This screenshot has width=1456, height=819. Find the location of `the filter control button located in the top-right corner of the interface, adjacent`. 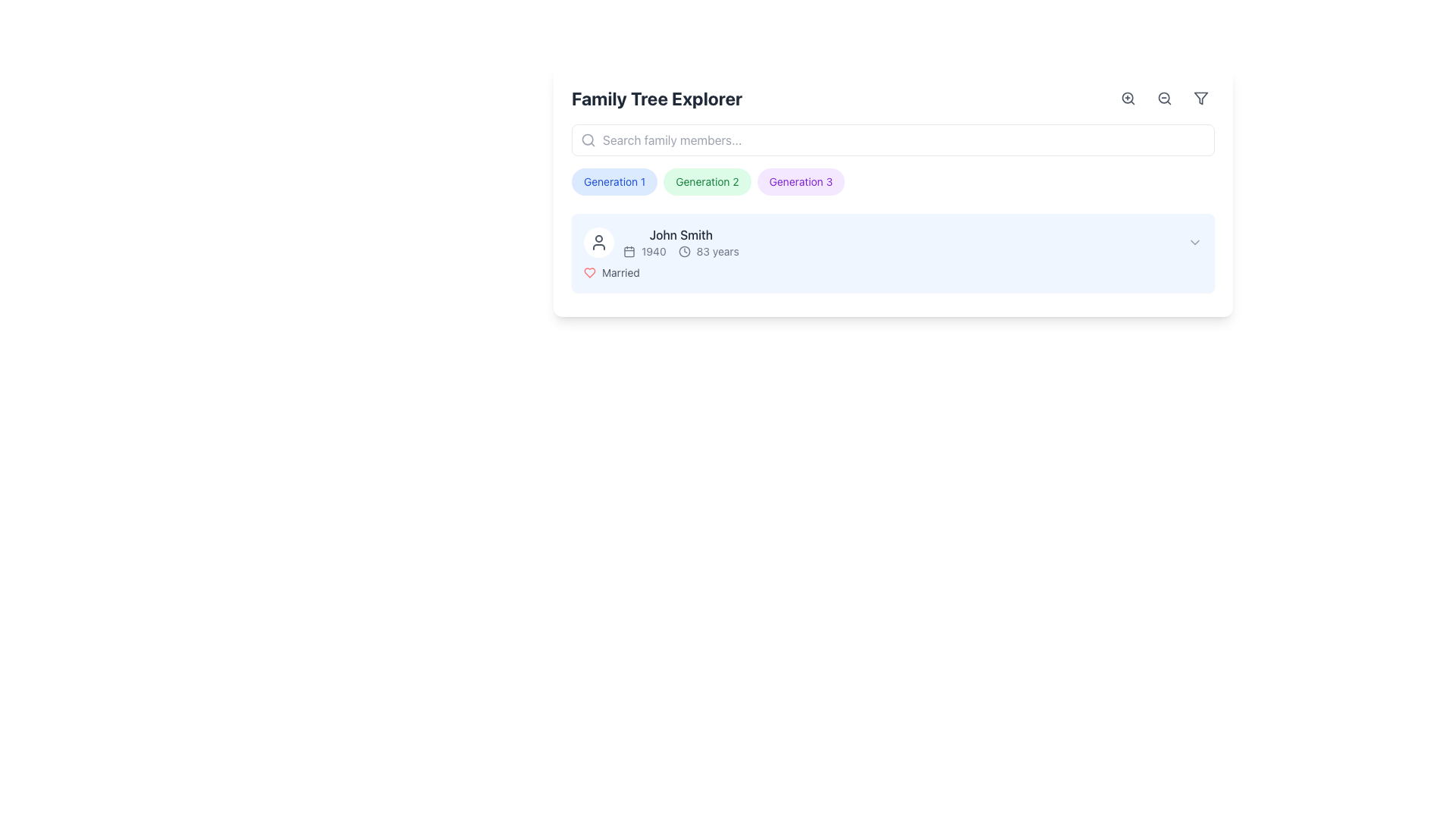

the filter control button located in the top-right corner of the interface, adjacent is located at coordinates (1200, 99).